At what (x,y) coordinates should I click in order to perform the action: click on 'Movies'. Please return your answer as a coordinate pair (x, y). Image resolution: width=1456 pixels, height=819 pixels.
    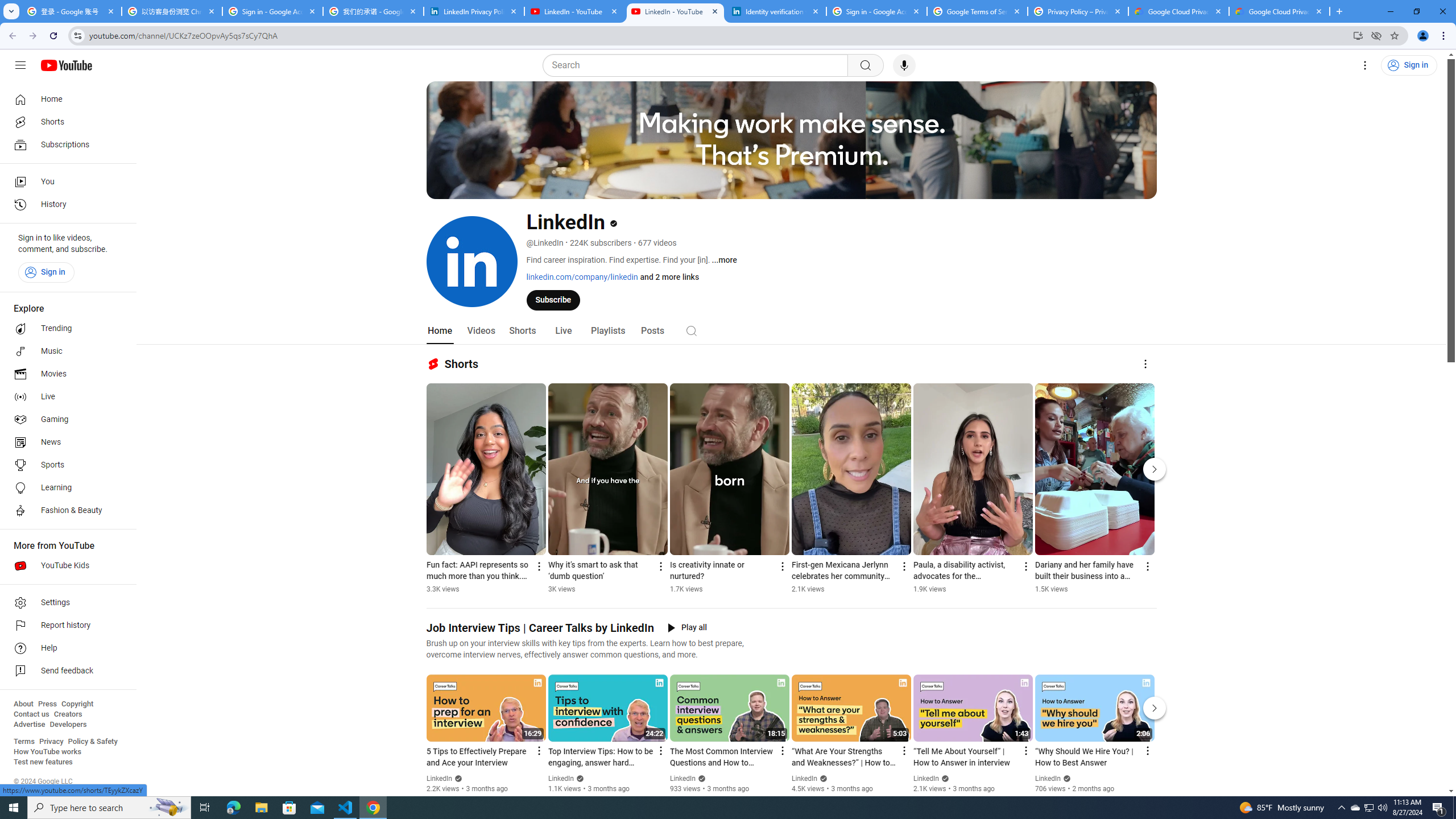
    Looking at the image, I should click on (64, 374).